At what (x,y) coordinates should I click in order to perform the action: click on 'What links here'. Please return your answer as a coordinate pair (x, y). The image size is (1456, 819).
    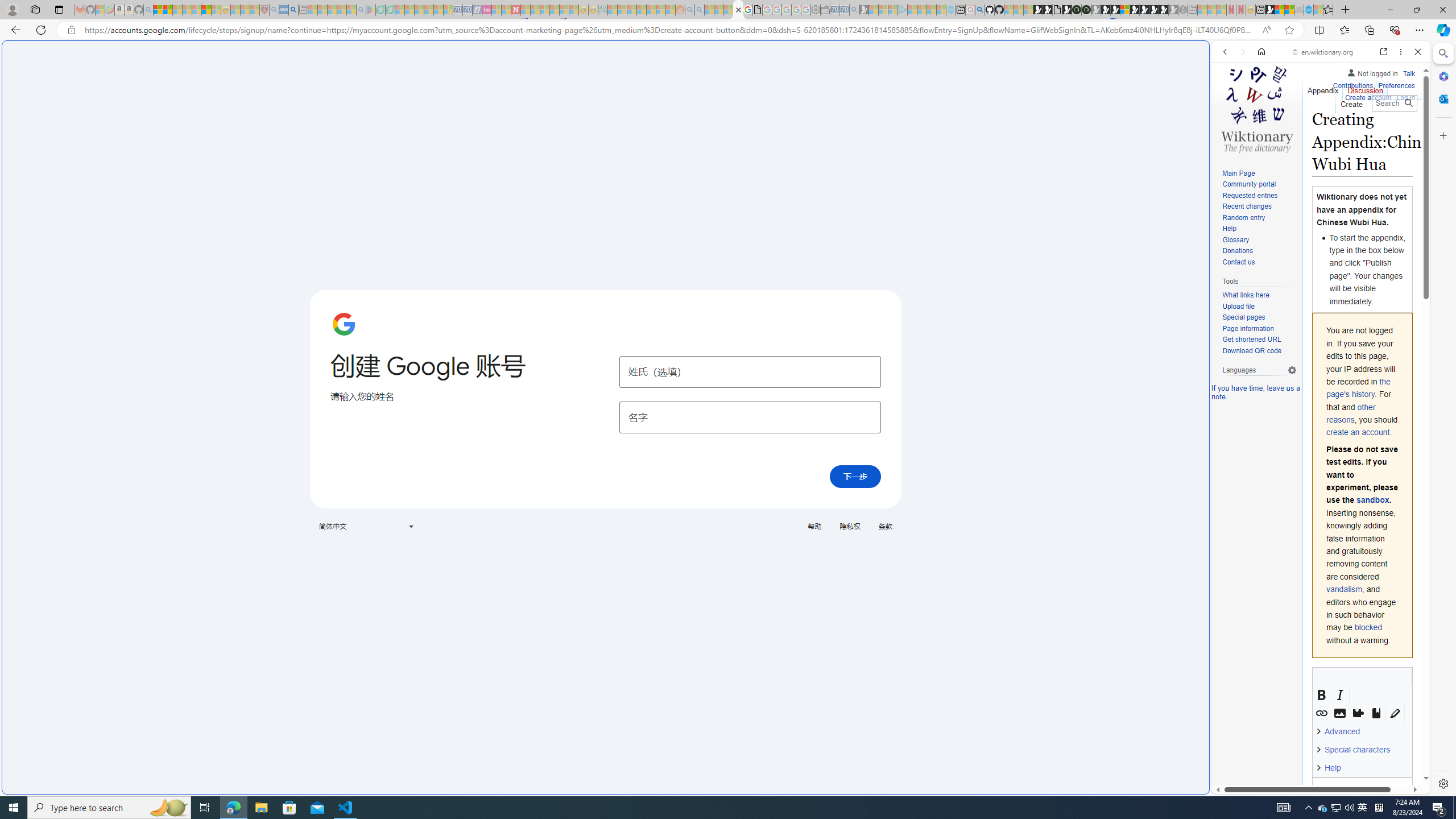
    Looking at the image, I should click on (1259, 295).